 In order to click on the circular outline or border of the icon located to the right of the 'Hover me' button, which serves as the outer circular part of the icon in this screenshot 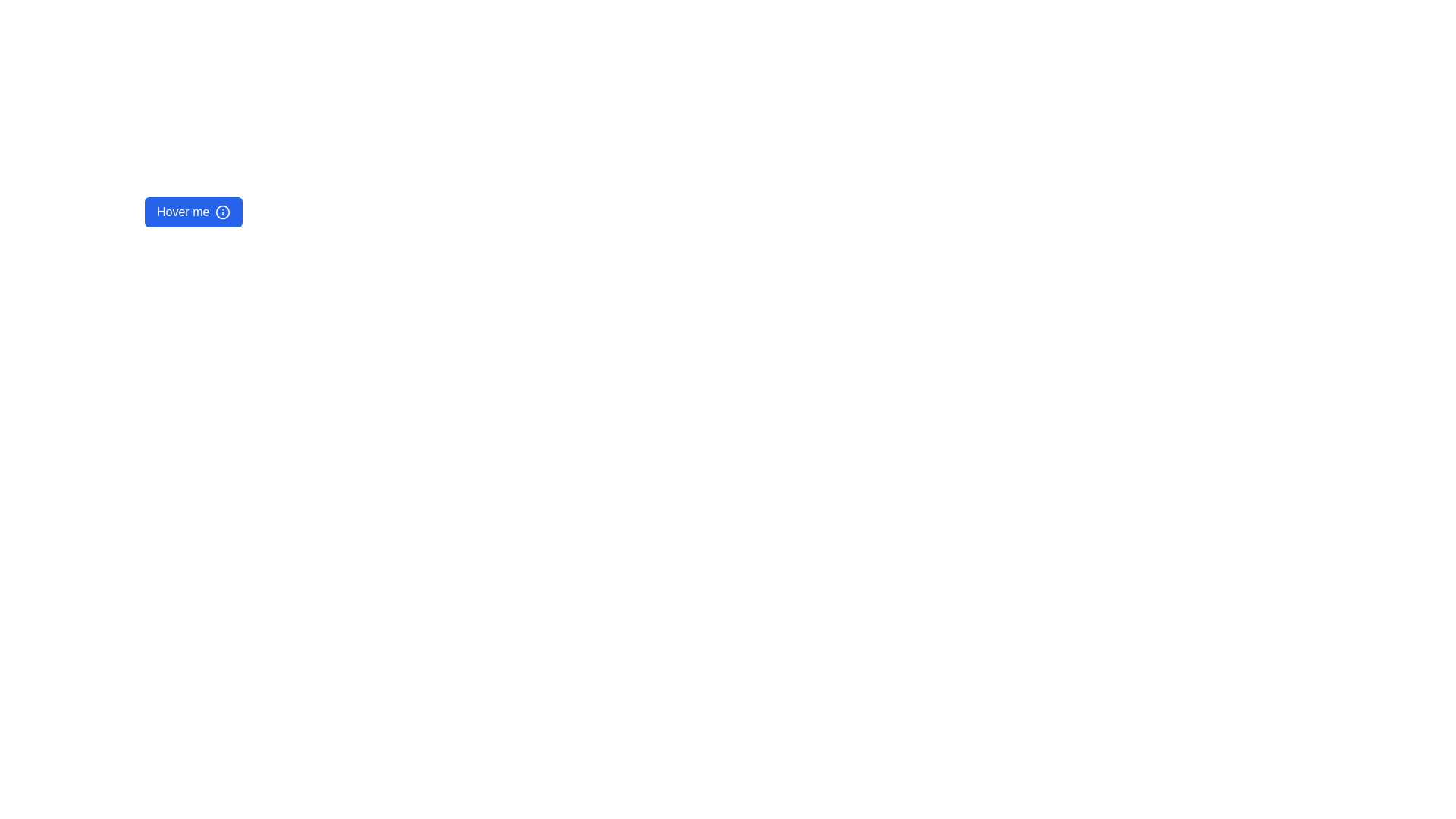, I will do `click(222, 212)`.